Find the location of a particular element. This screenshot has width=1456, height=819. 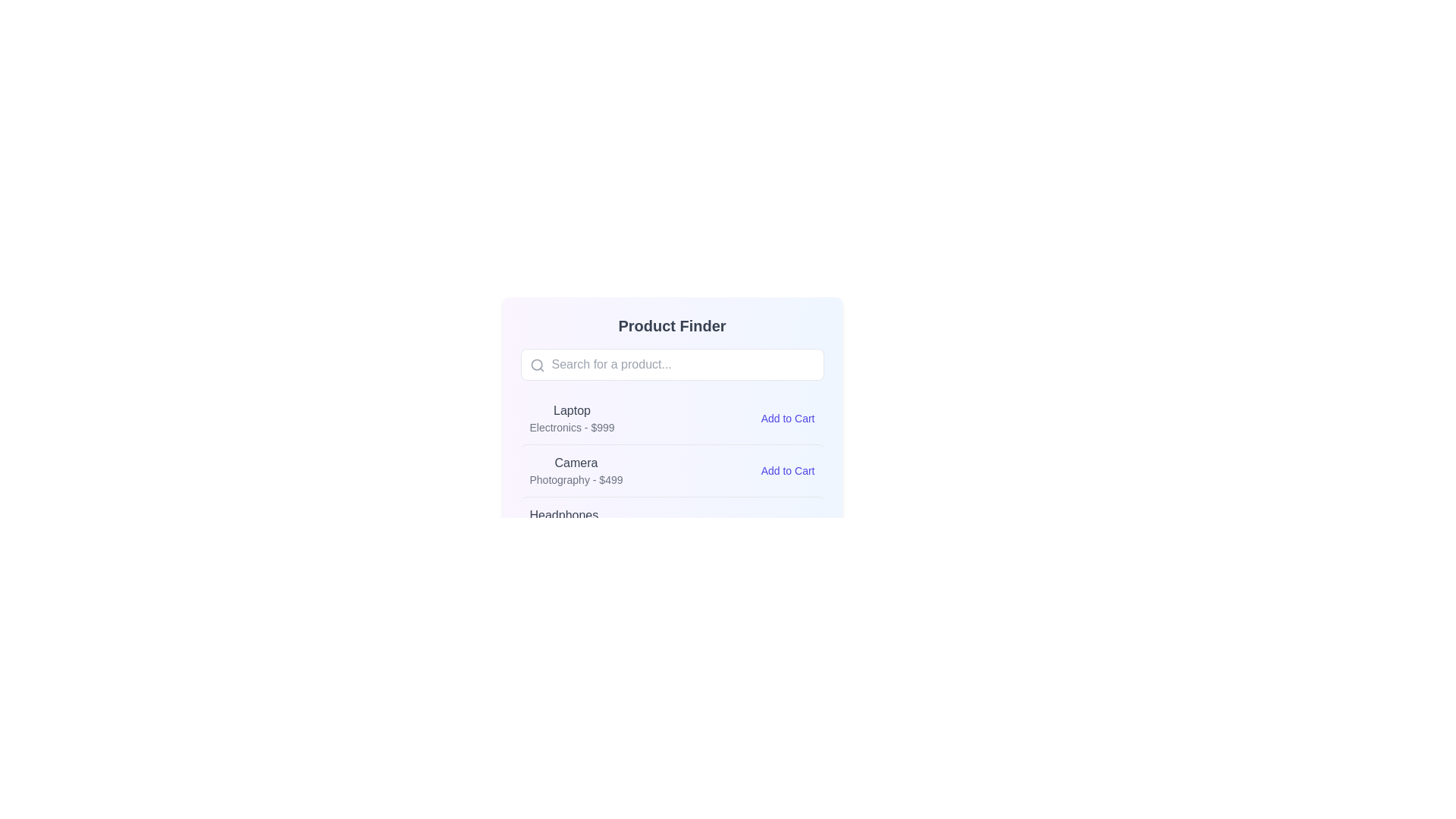

product details of the third item in the product listing, which includes 'Headphones' and its price 'Audio - $199', along with the 'Add to Cart' link is located at coordinates (671, 522).